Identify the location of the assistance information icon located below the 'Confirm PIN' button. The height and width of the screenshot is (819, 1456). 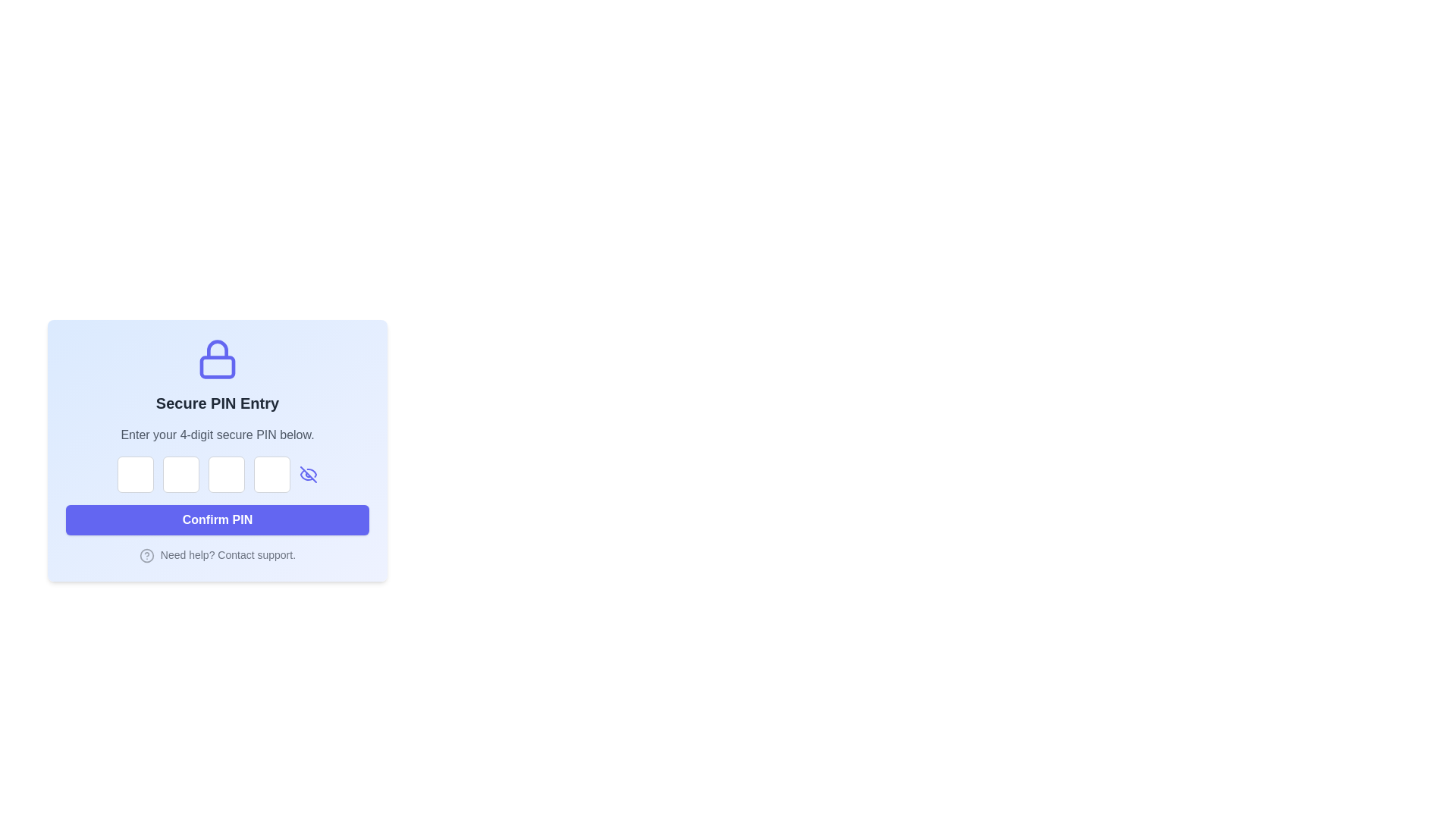
(217, 555).